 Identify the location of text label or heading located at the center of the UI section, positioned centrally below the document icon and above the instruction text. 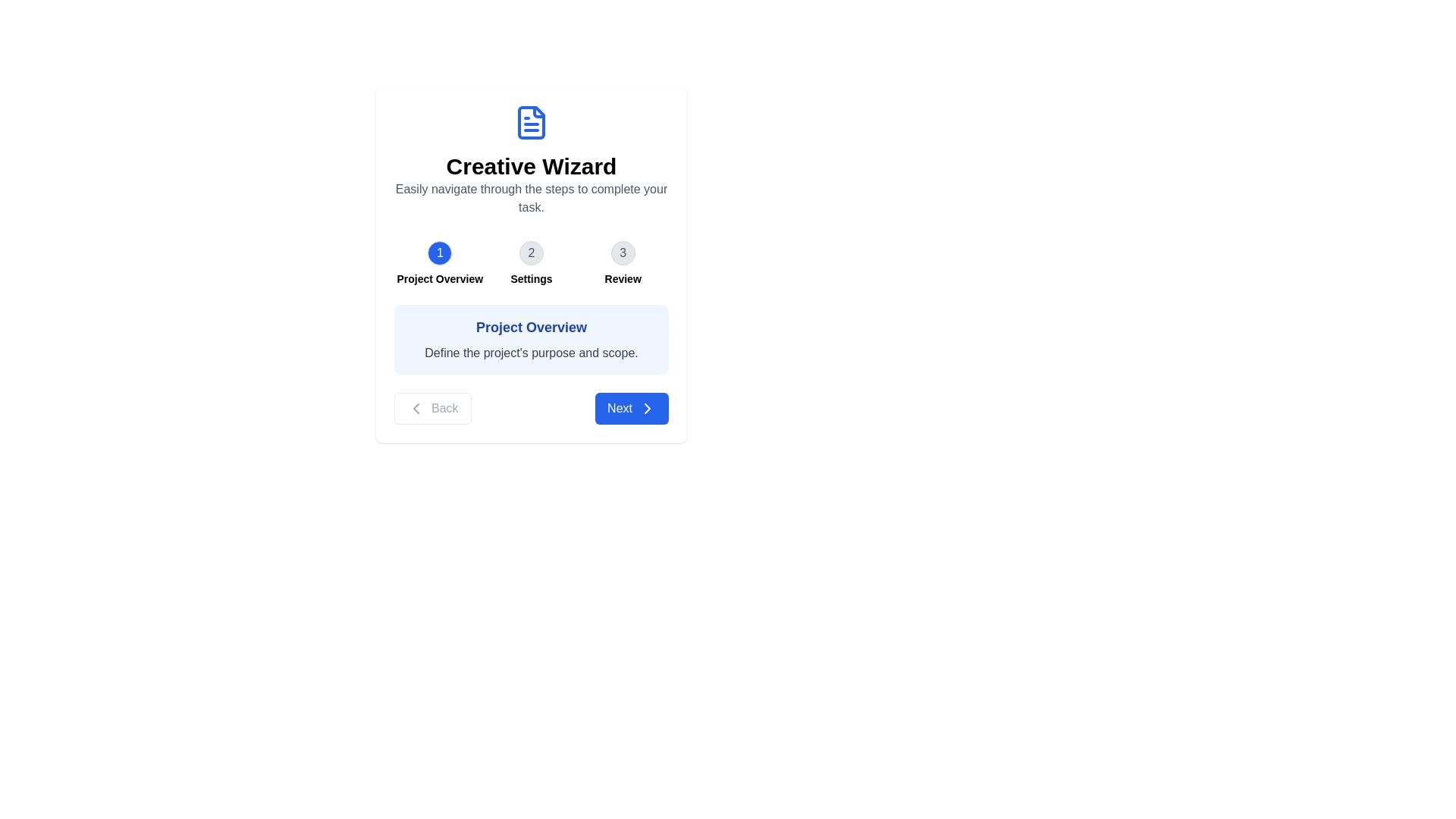
(531, 166).